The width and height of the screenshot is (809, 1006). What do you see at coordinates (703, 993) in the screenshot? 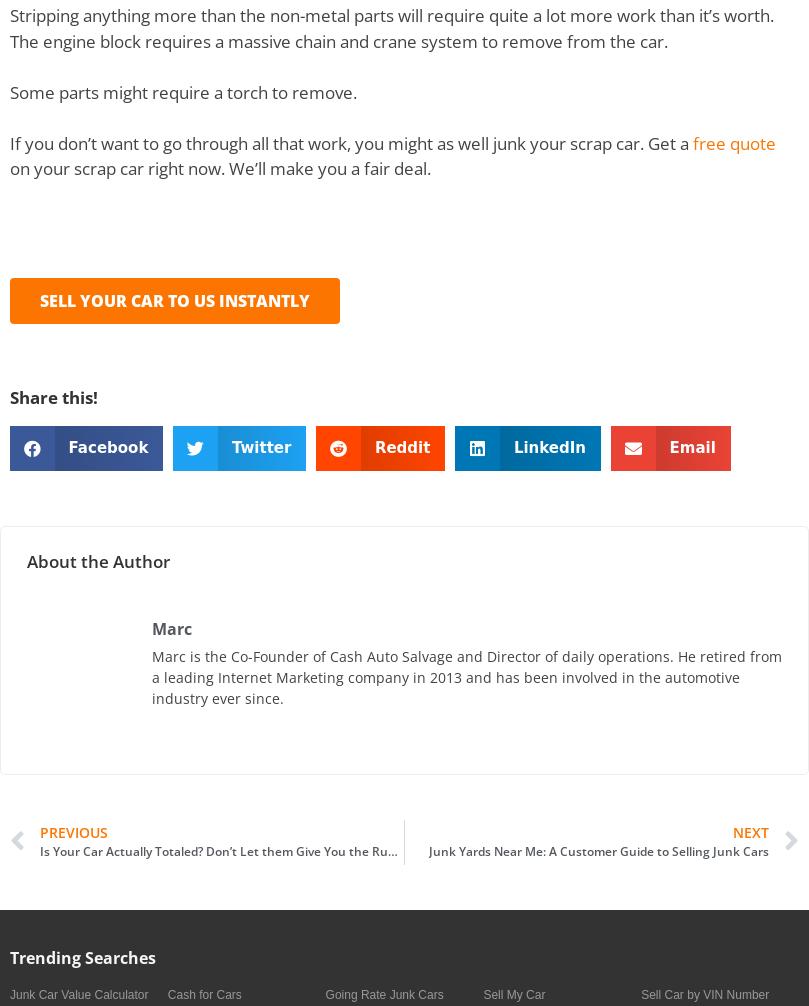
I see `'Sell Car by VIN Number'` at bounding box center [703, 993].